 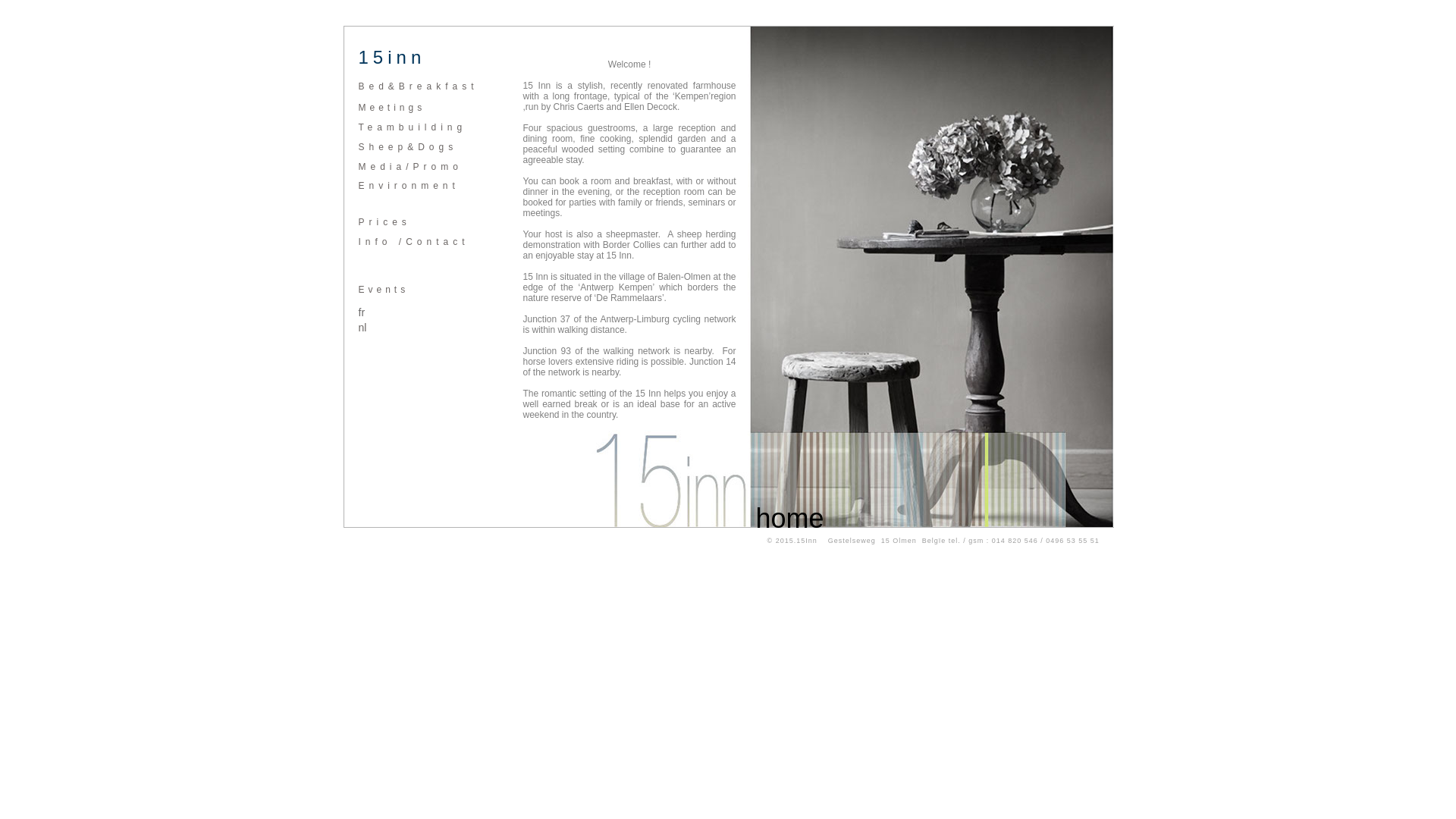 I want to click on 'Media/Promo', so click(x=409, y=166).